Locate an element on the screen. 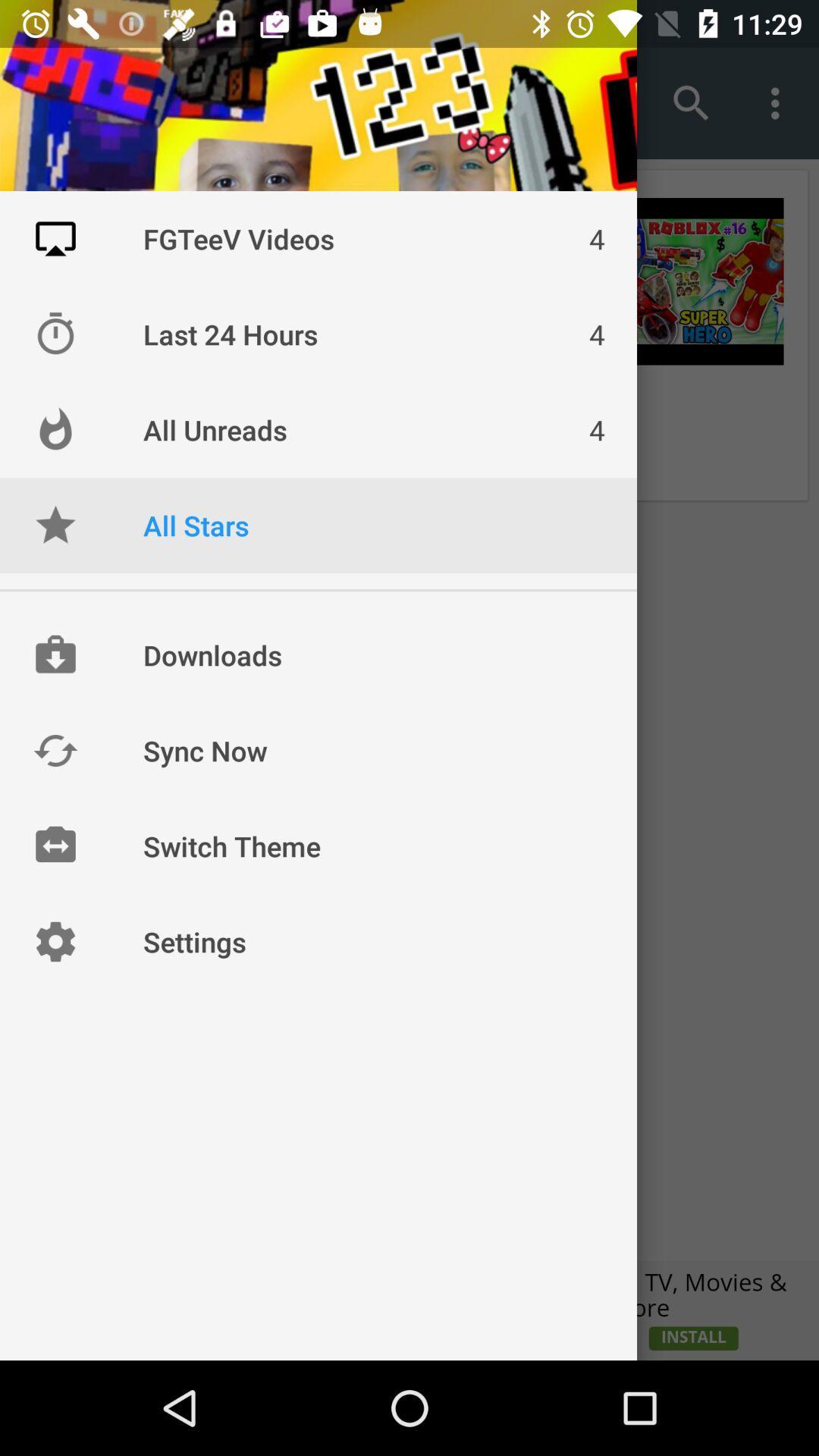 This screenshot has height=1456, width=819. the all stars icon is located at coordinates (55, 525).